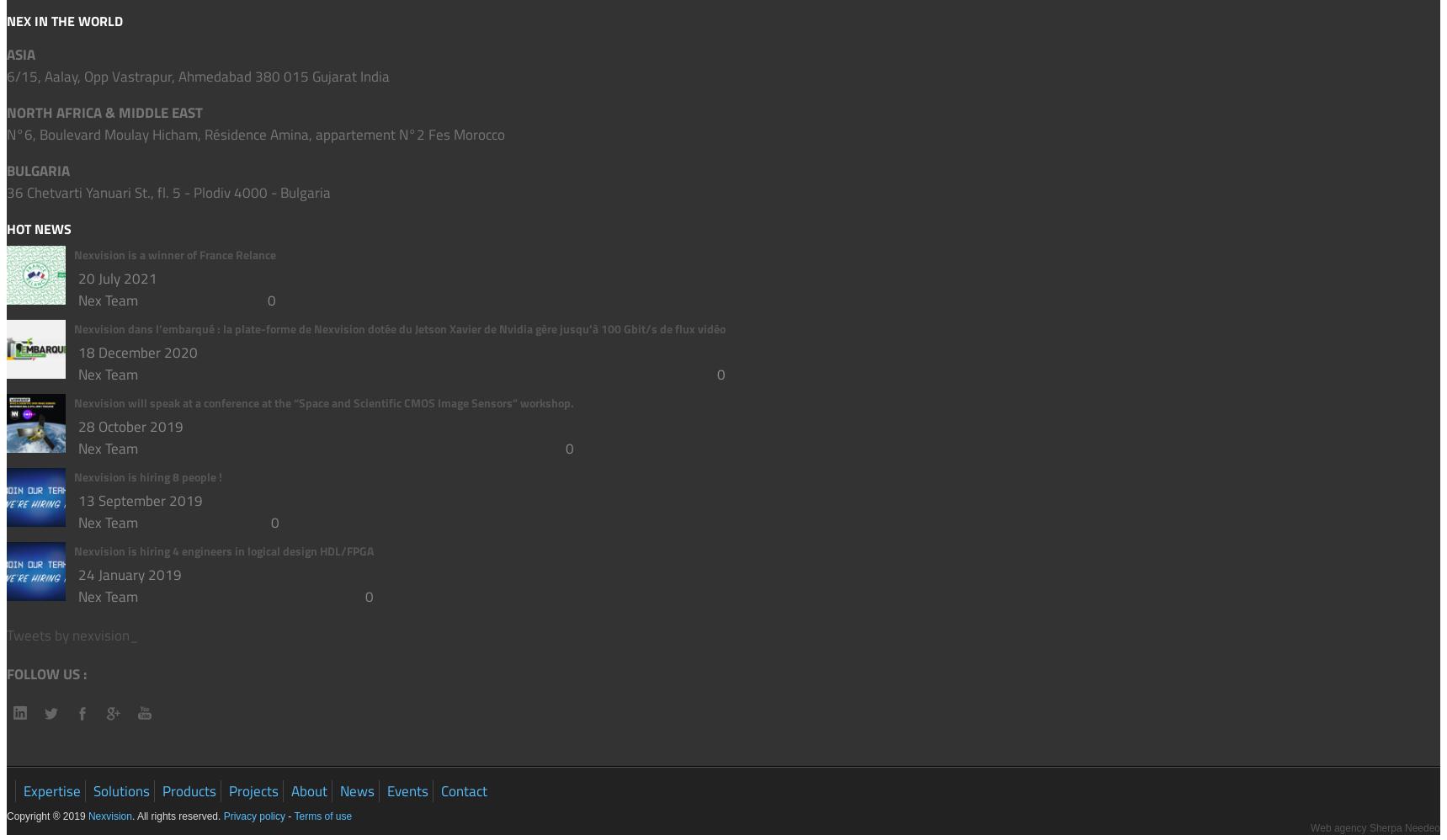  Describe the element at coordinates (322, 814) in the screenshot. I see `'Terms of use'` at that location.